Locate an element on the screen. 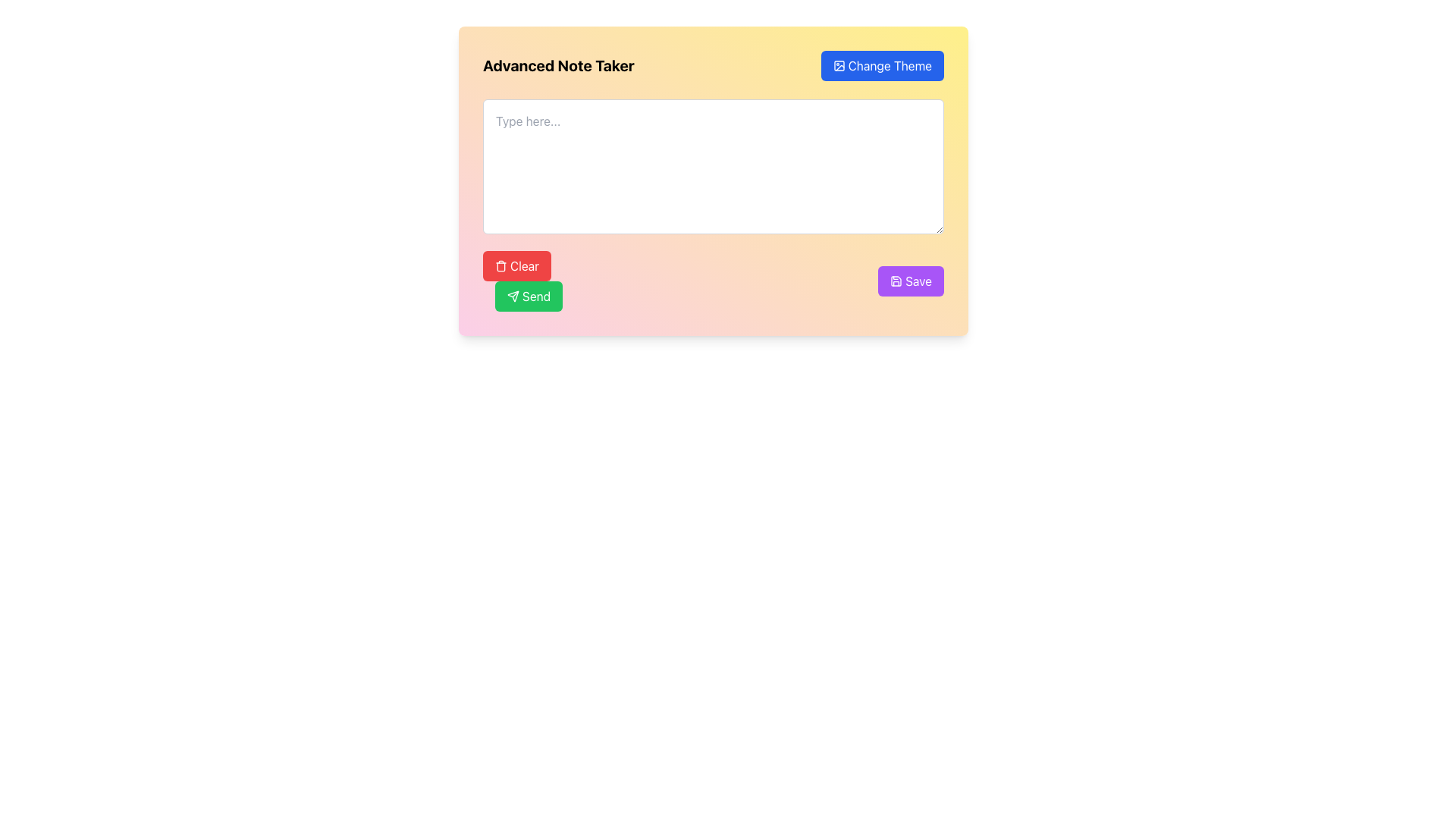  the purple 'Save' button with rounded corners is located at coordinates (910, 281).